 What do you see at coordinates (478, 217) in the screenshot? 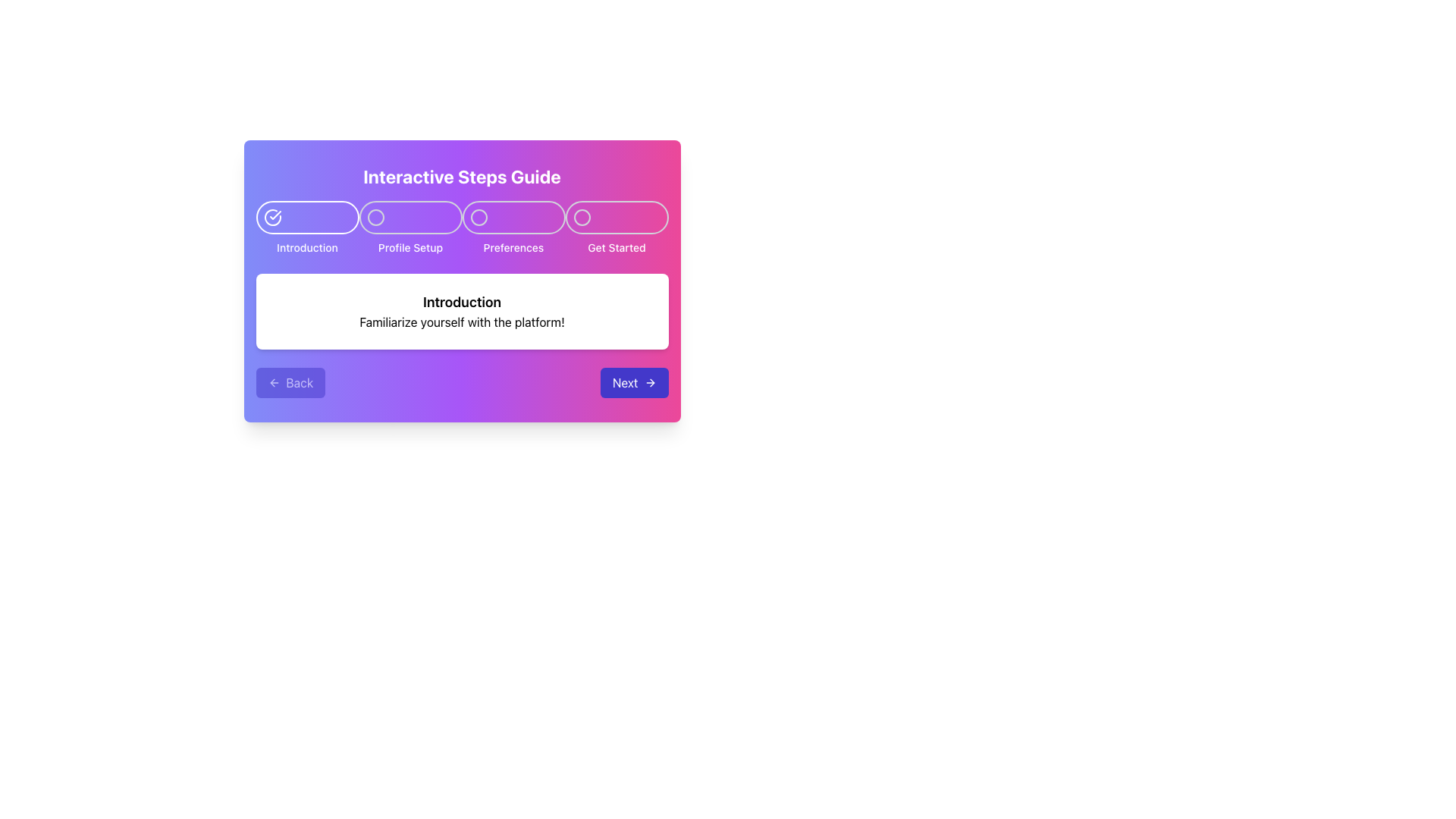
I see `the third circular Progress Step Indicator in the step navigation interface, which is styled with a clean, minimalistic design and features a thin circular outline with a central dot` at bounding box center [478, 217].